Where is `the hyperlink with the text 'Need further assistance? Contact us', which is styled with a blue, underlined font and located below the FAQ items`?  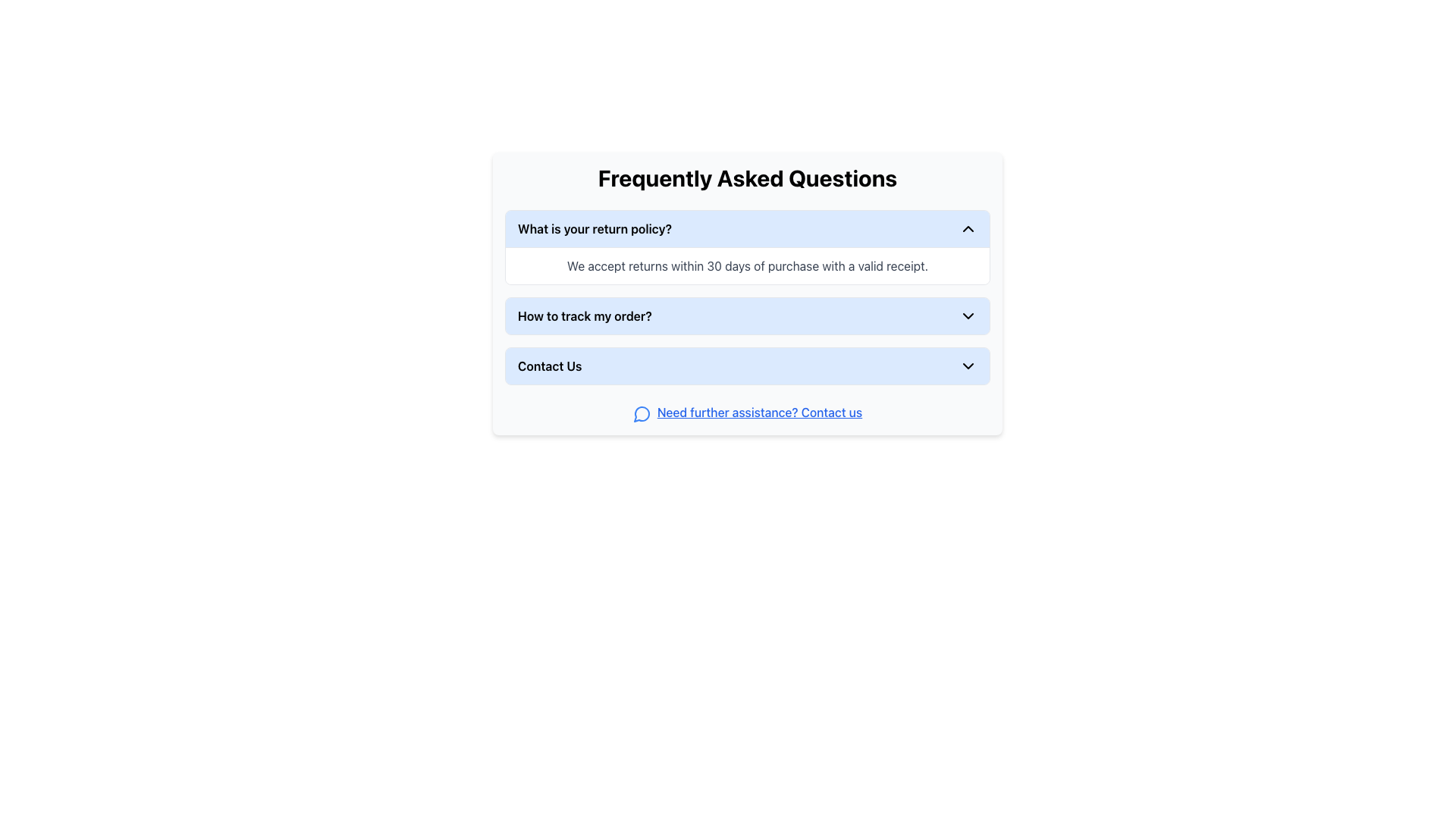 the hyperlink with the text 'Need further assistance? Contact us', which is styled with a blue, underlined font and located below the FAQ items is located at coordinates (760, 412).